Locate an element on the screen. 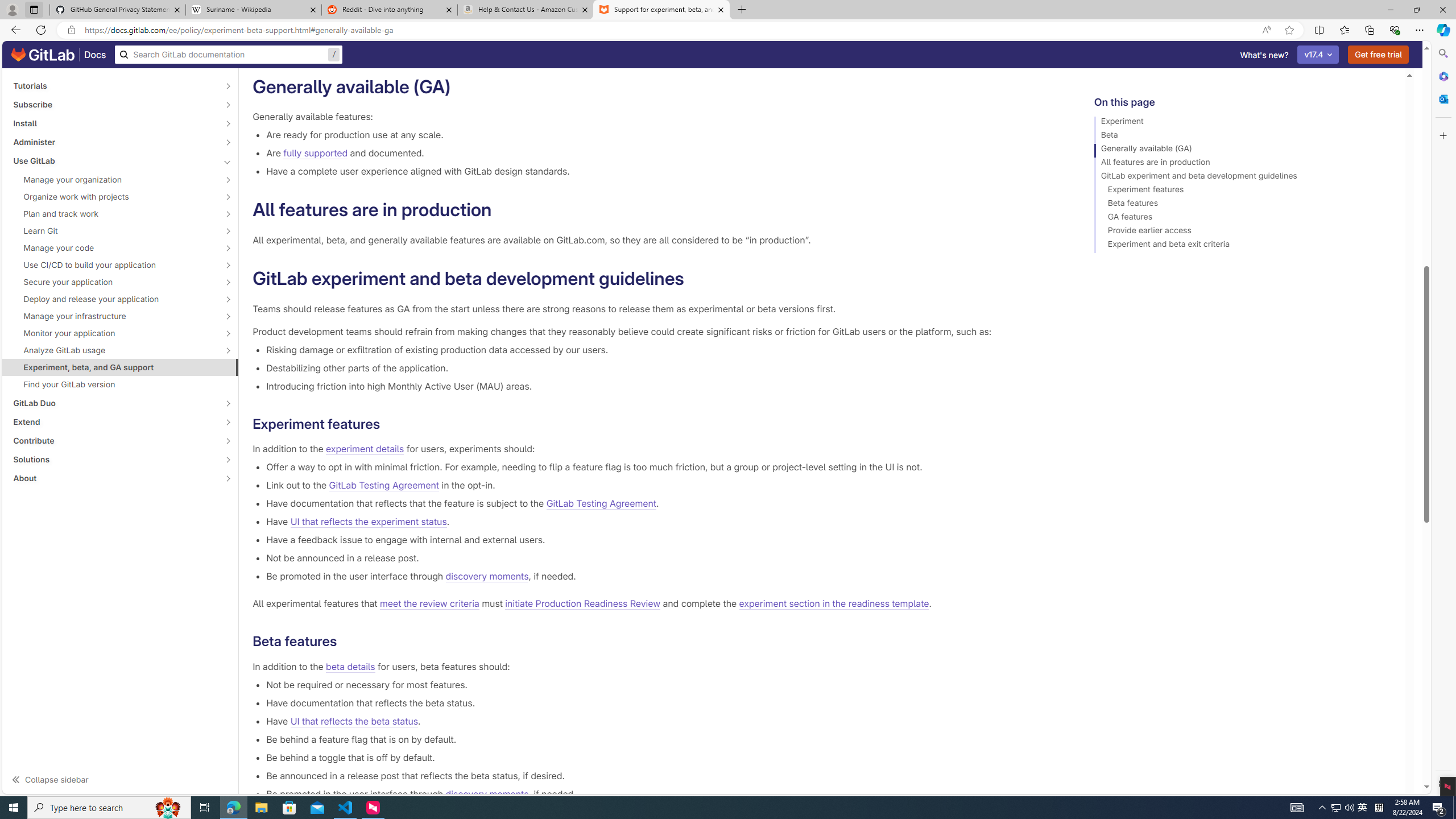 This screenshot has width=1456, height=819. 'meet the review criteria' is located at coordinates (429, 603).